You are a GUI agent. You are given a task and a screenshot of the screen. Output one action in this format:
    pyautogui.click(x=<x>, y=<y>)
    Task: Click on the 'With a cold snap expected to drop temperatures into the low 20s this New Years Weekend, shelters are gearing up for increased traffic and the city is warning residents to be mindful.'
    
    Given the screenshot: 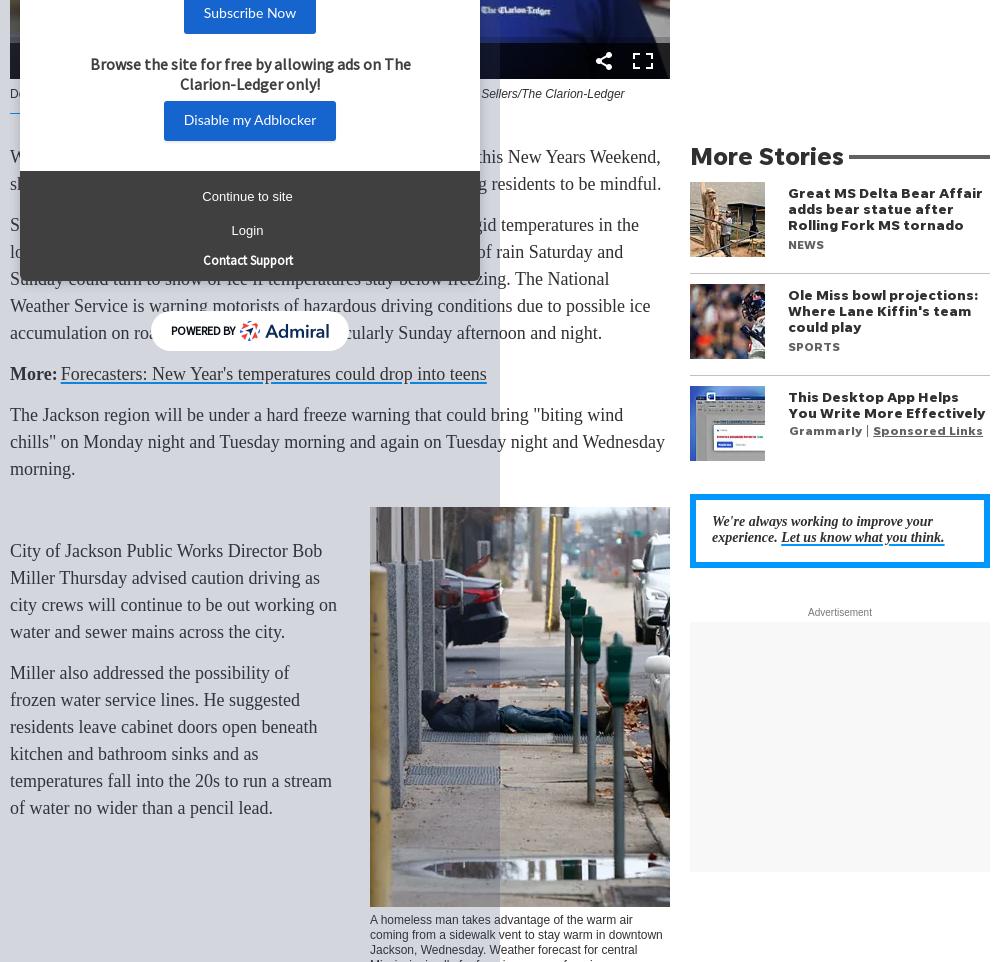 What is the action you would take?
    pyautogui.click(x=336, y=170)
    